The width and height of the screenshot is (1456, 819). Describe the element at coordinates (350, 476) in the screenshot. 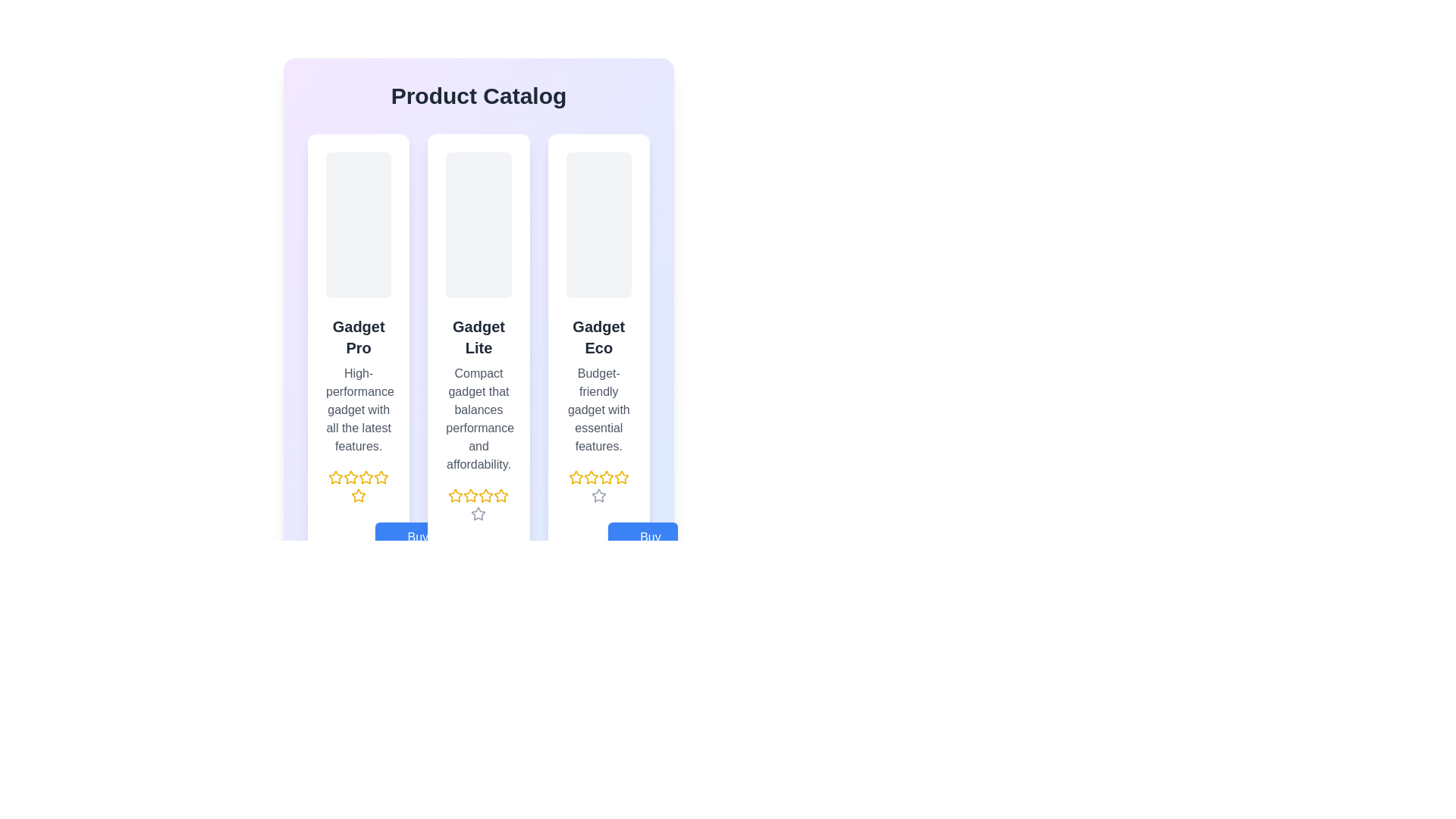

I see `the fourth star in the rating section of the 'Gadget Pro' card to assign a rating` at that location.